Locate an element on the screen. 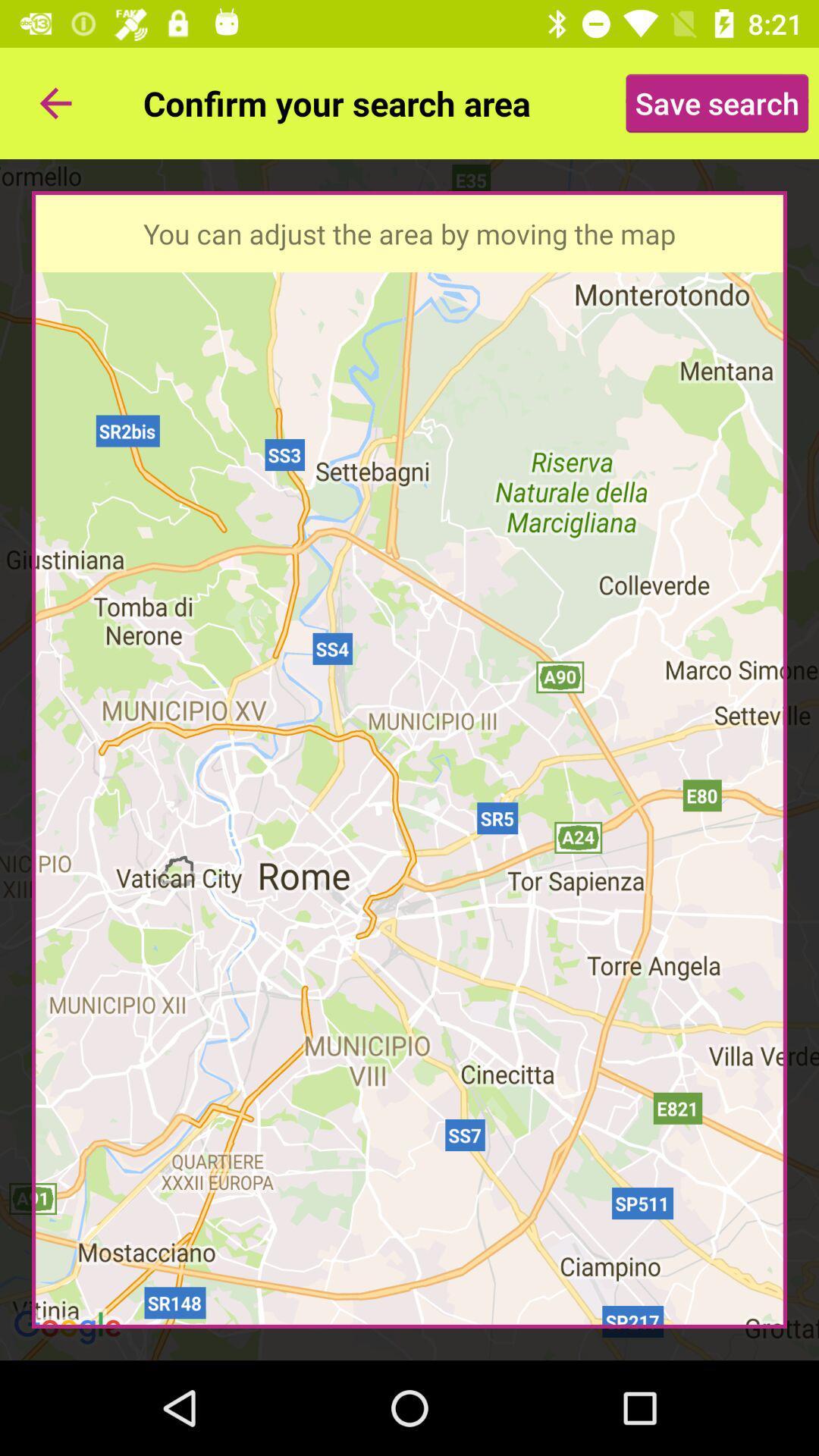 Image resolution: width=819 pixels, height=1456 pixels. item at the center is located at coordinates (409, 760).